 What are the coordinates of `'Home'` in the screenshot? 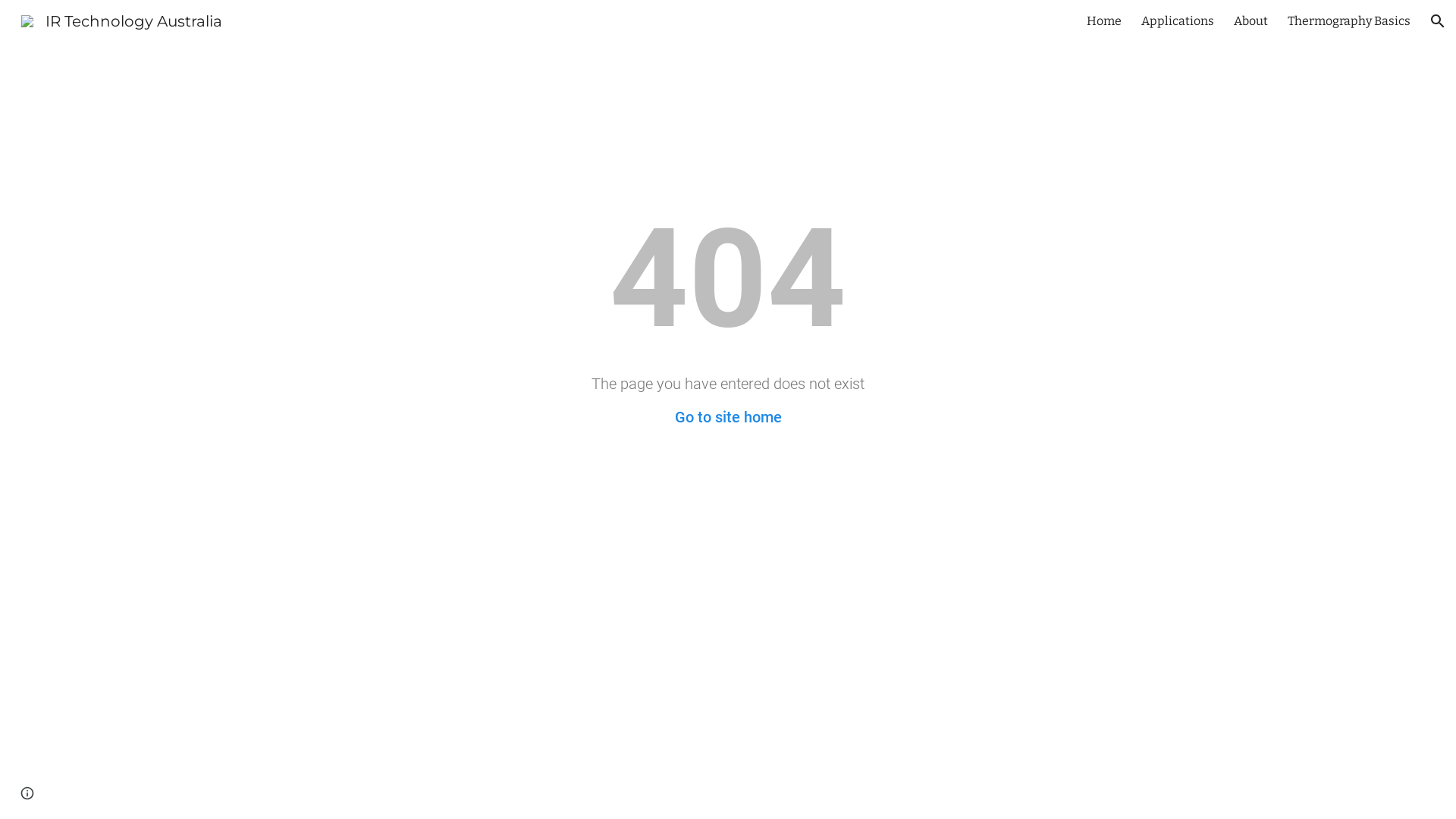 It's located at (1086, 20).